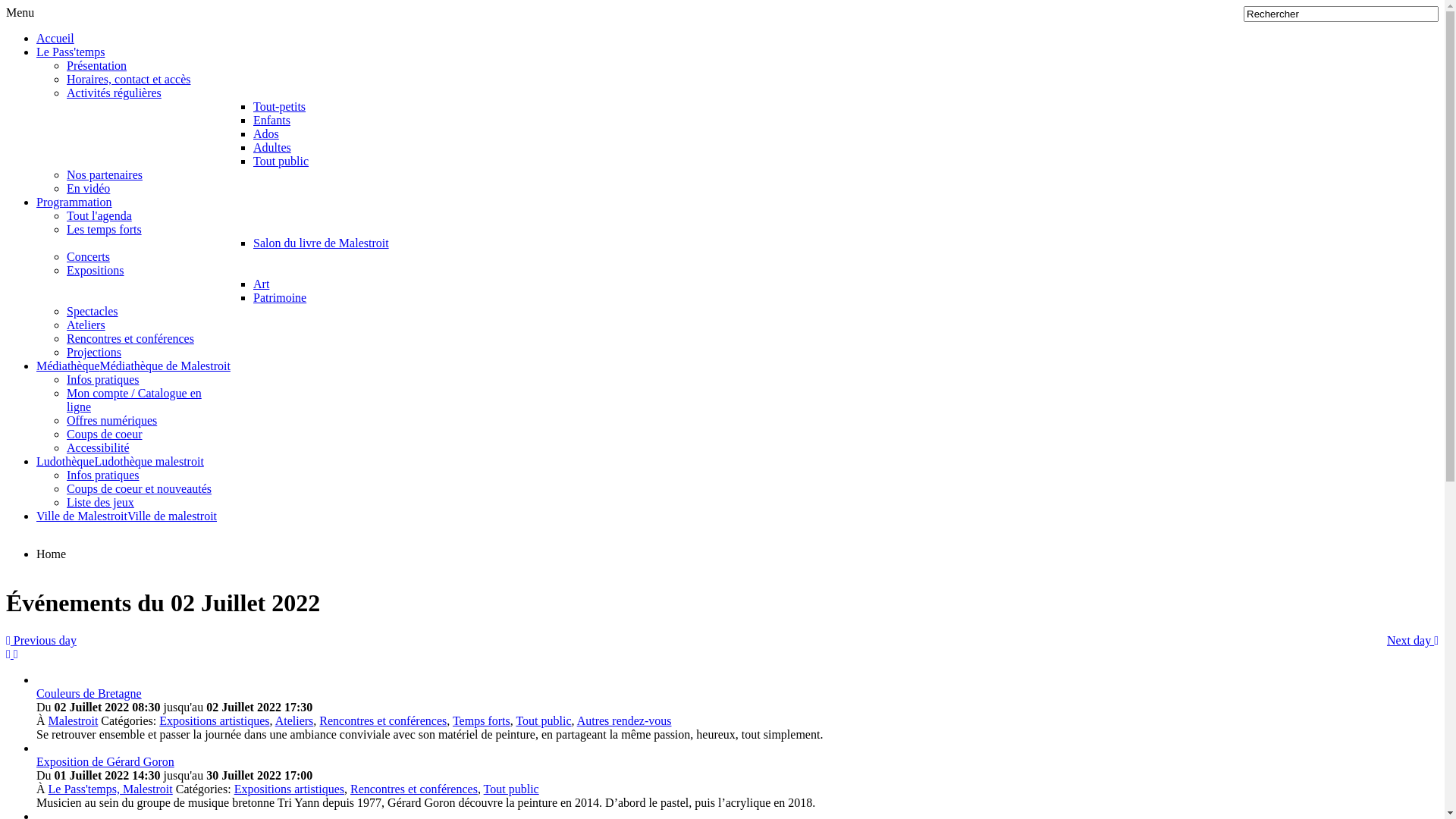  What do you see at coordinates (69, 51) in the screenshot?
I see `'Le Pass'temps'` at bounding box center [69, 51].